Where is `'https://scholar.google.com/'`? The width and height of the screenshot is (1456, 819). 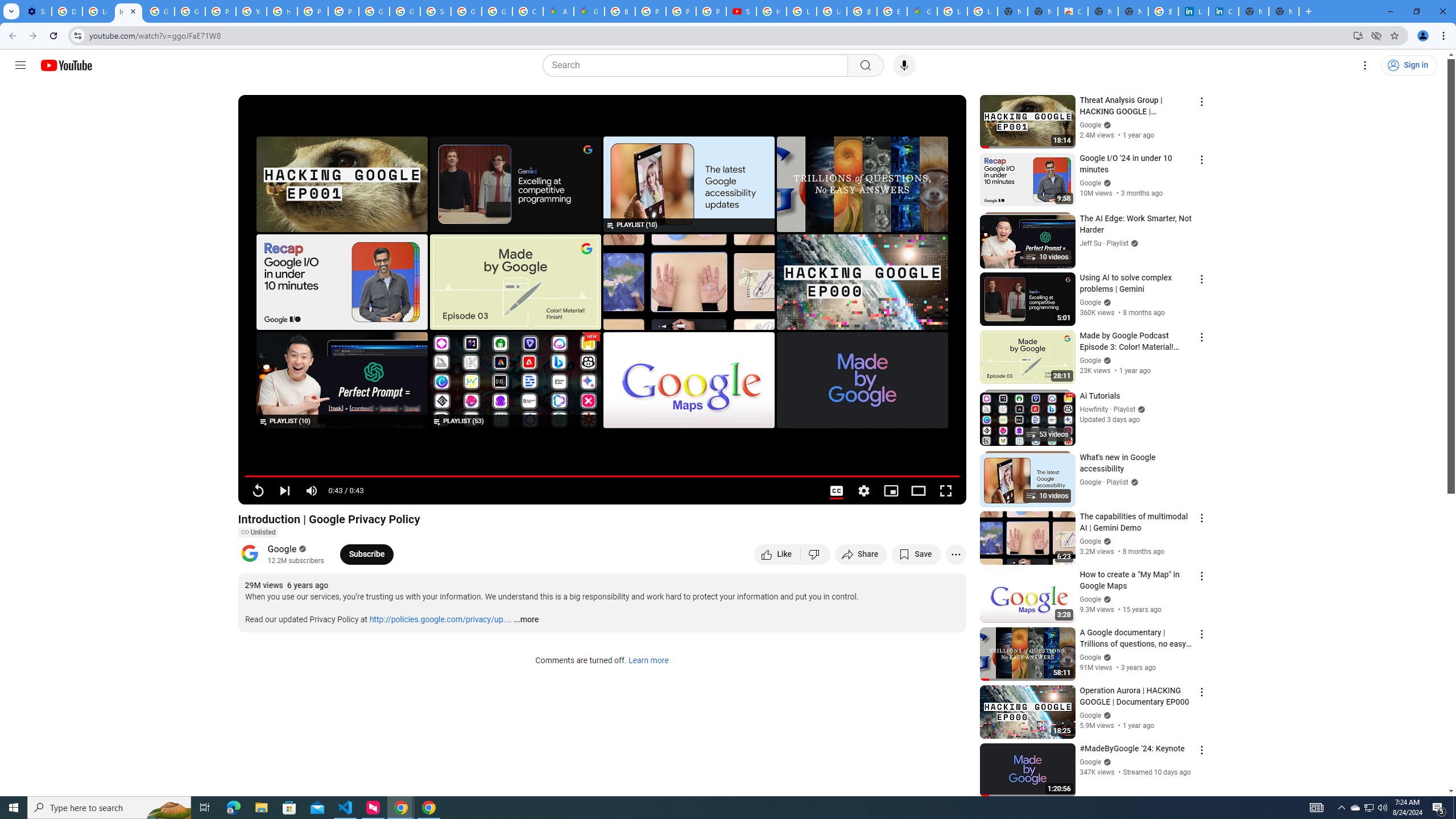
'https://scholar.google.com/' is located at coordinates (282, 11).